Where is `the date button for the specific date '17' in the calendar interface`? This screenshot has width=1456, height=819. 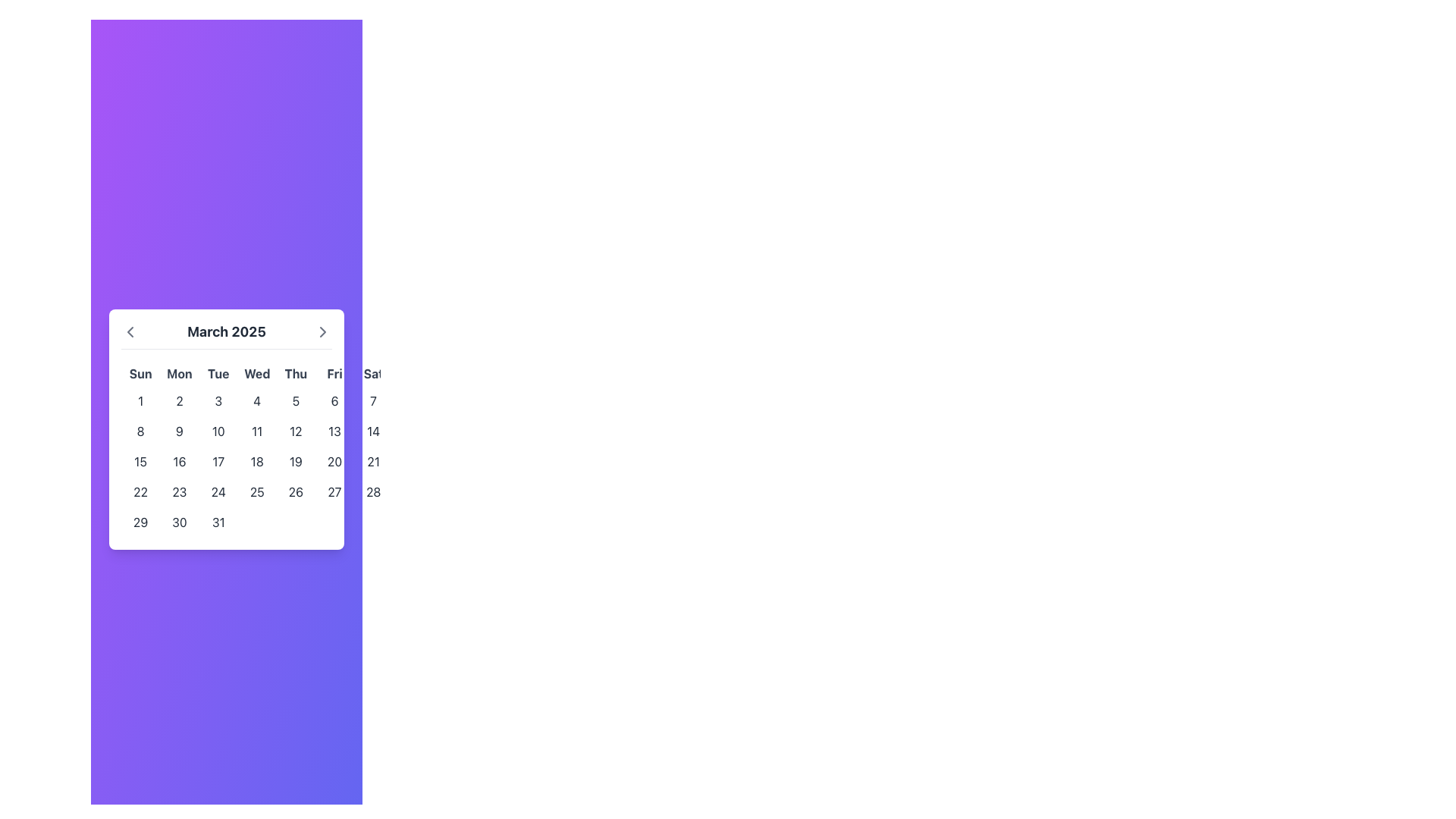 the date button for the specific date '17' in the calendar interface is located at coordinates (218, 460).